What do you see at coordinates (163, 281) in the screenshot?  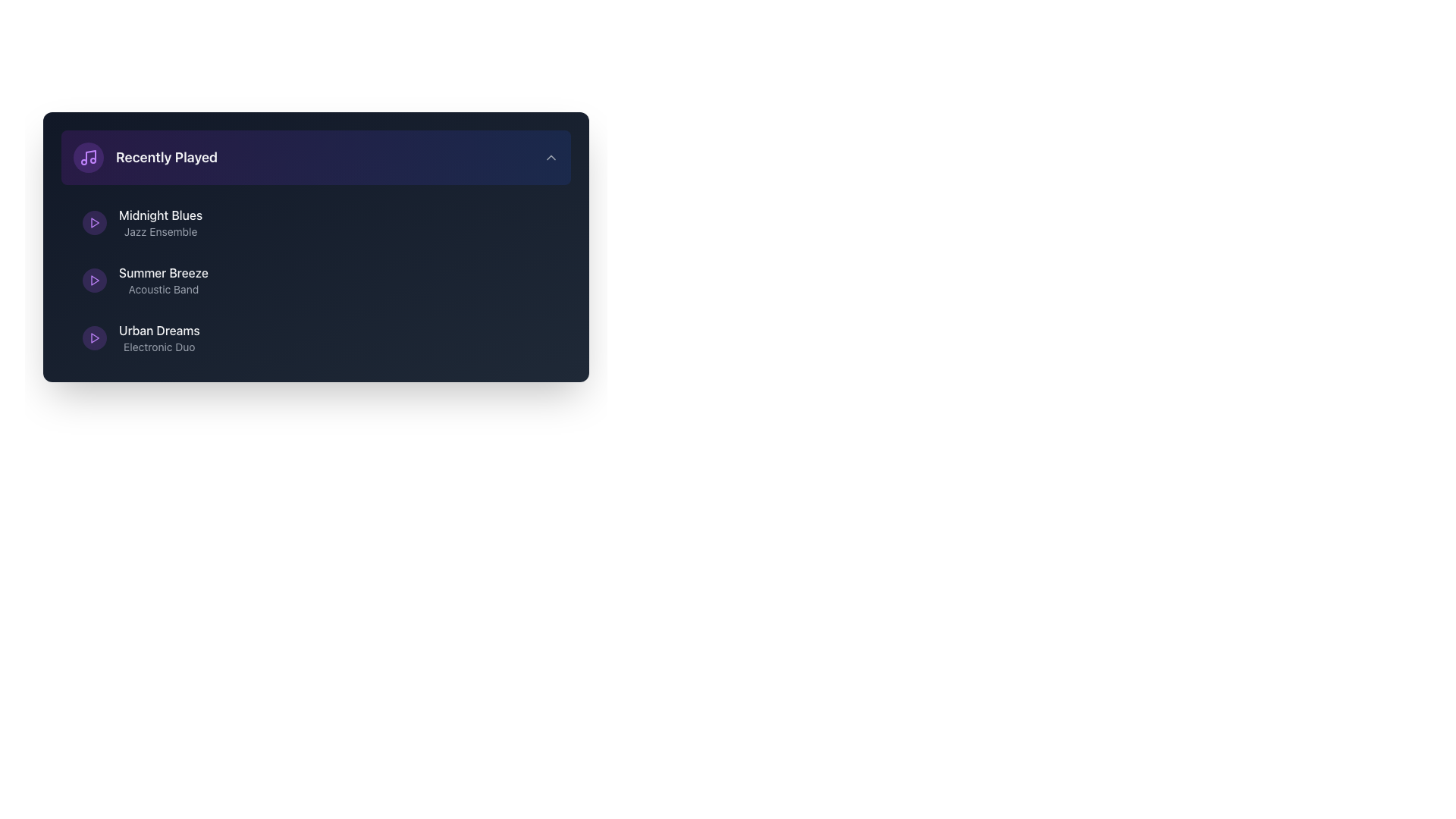 I see `information displayed in the 'Summer Breeze' Text label which features 'Summer Breeze' in bold light-colored font and 'Acoustic Band' in smaller gray font beneath it` at bounding box center [163, 281].